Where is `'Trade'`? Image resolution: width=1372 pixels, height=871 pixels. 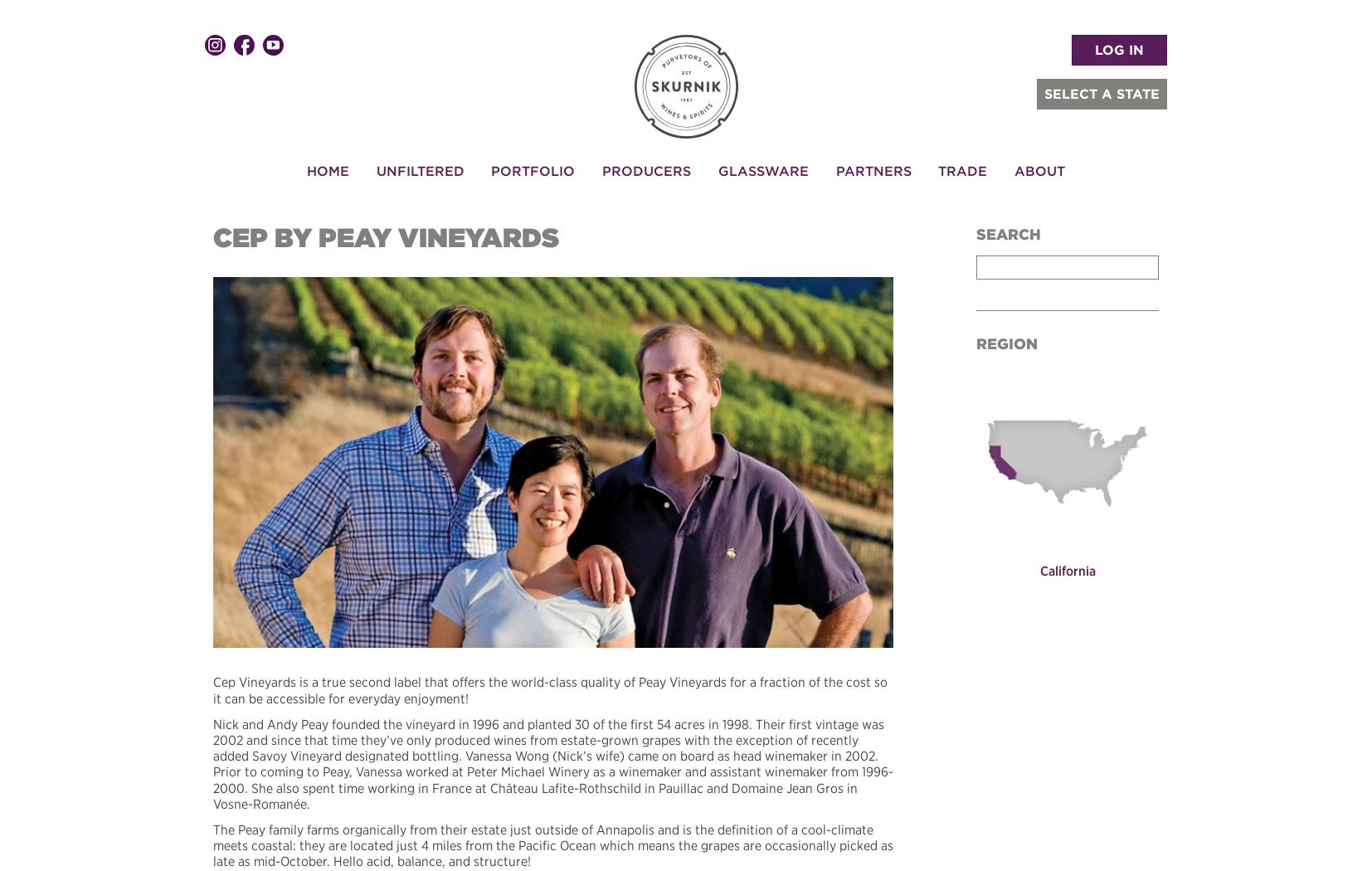
'Trade' is located at coordinates (961, 168).